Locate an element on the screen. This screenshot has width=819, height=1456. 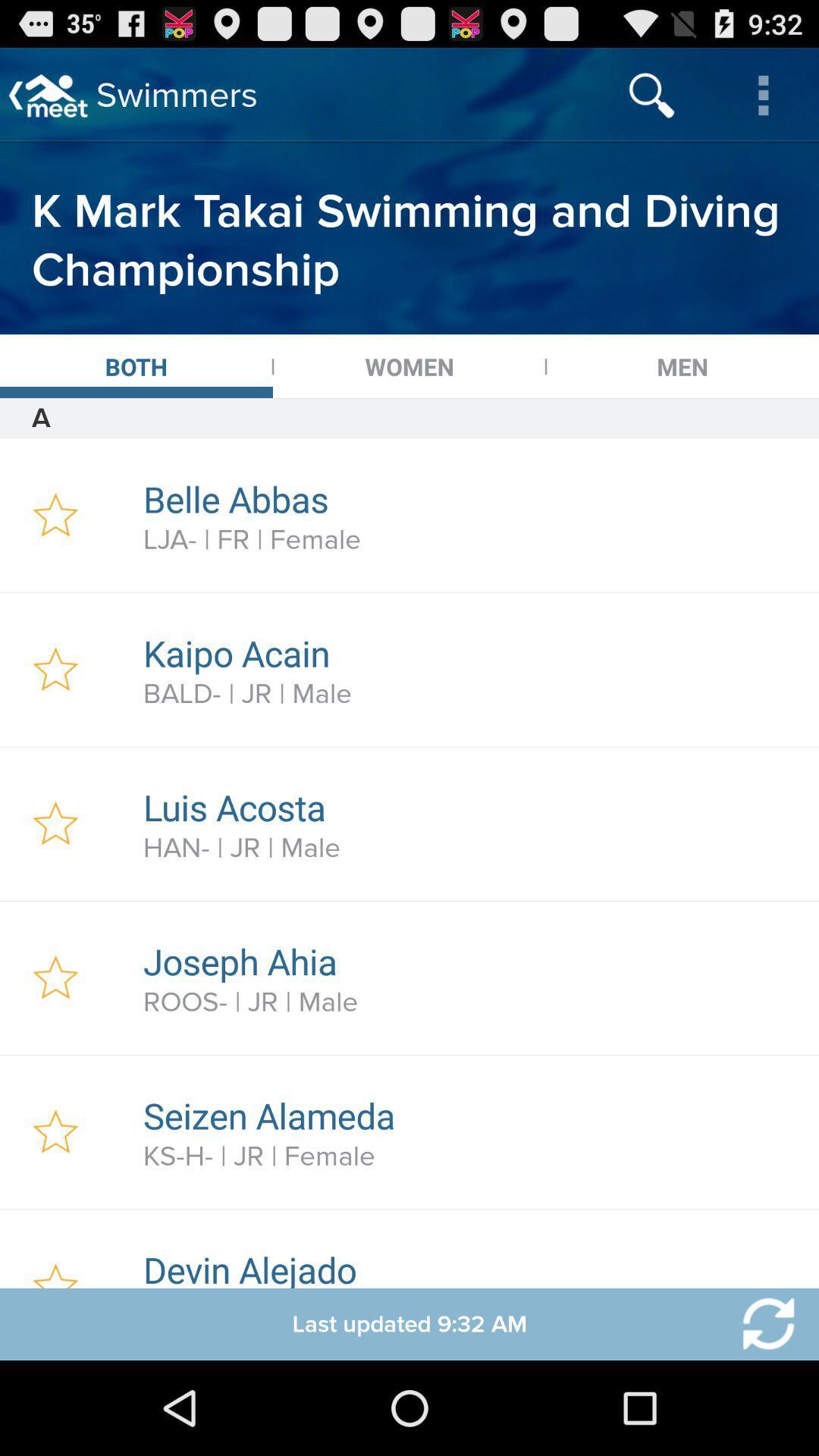
the search icon is located at coordinates (651, 94).